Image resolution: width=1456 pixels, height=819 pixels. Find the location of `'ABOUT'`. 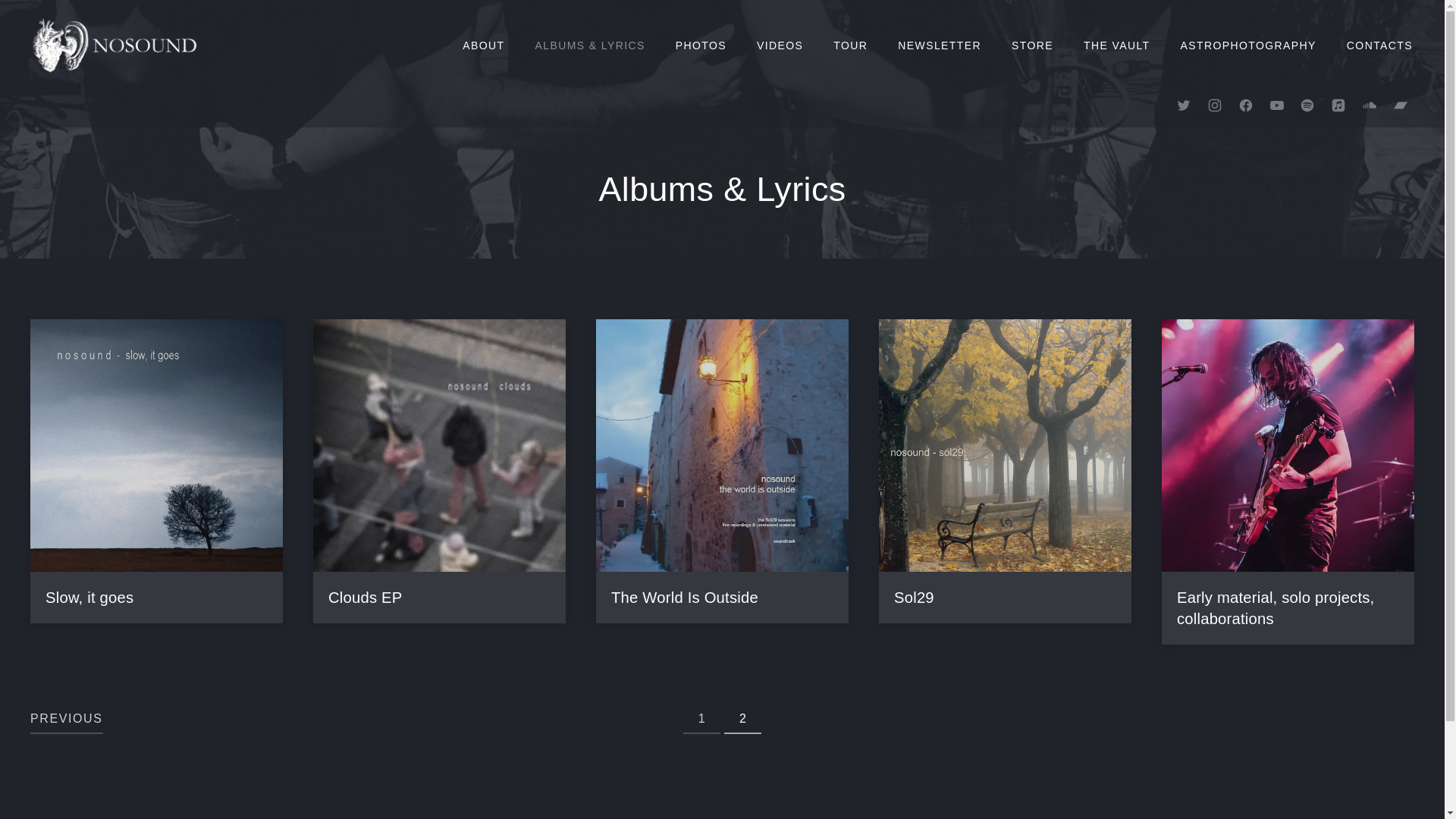

'ABOUT' is located at coordinates (482, 45).